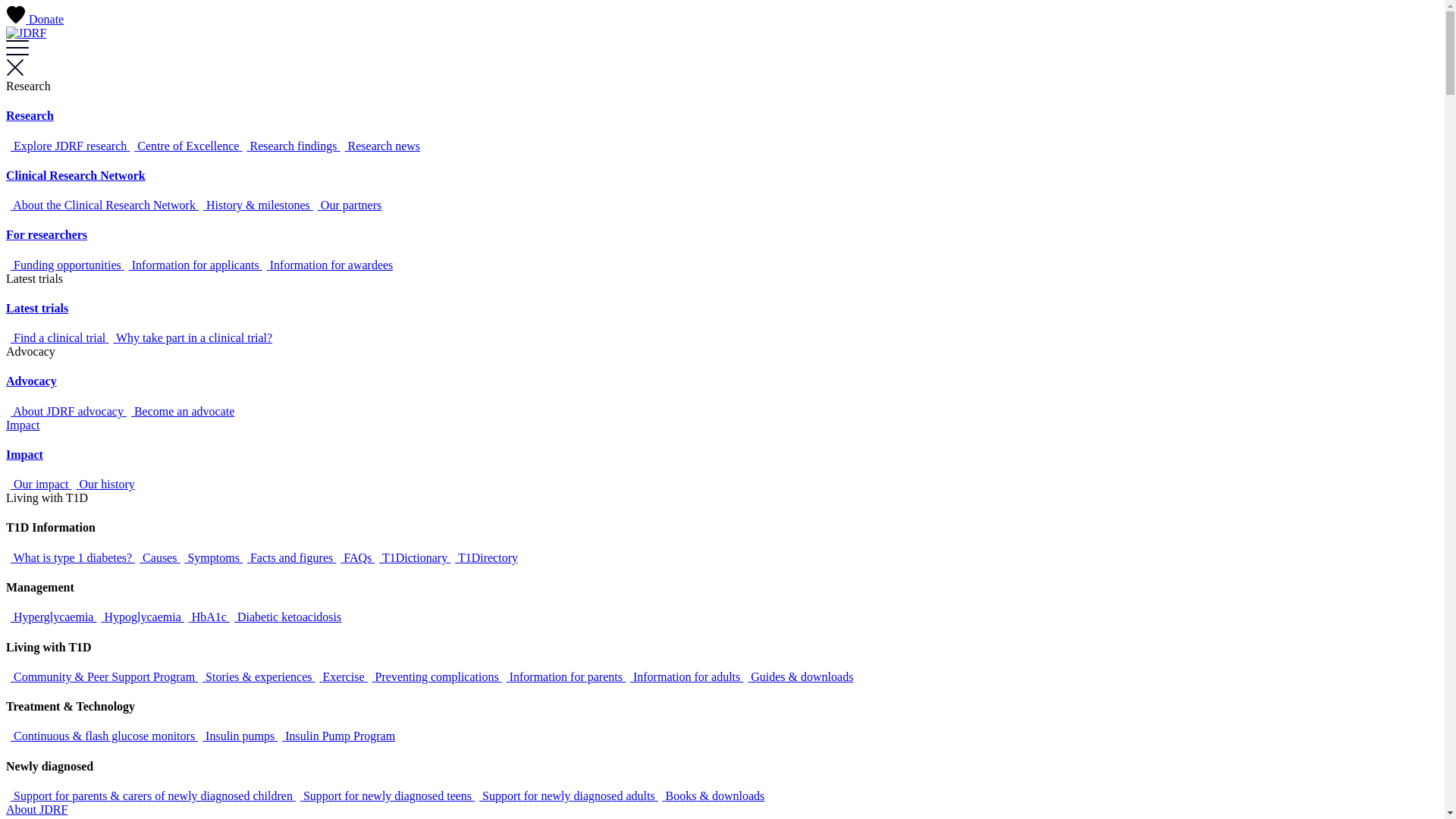 The width and height of the screenshot is (1456, 819). What do you see at coordinates (566, 795) in the screenshot?
I see `'Support for newly diagnosed adults'` at bounding box center [566, 795].